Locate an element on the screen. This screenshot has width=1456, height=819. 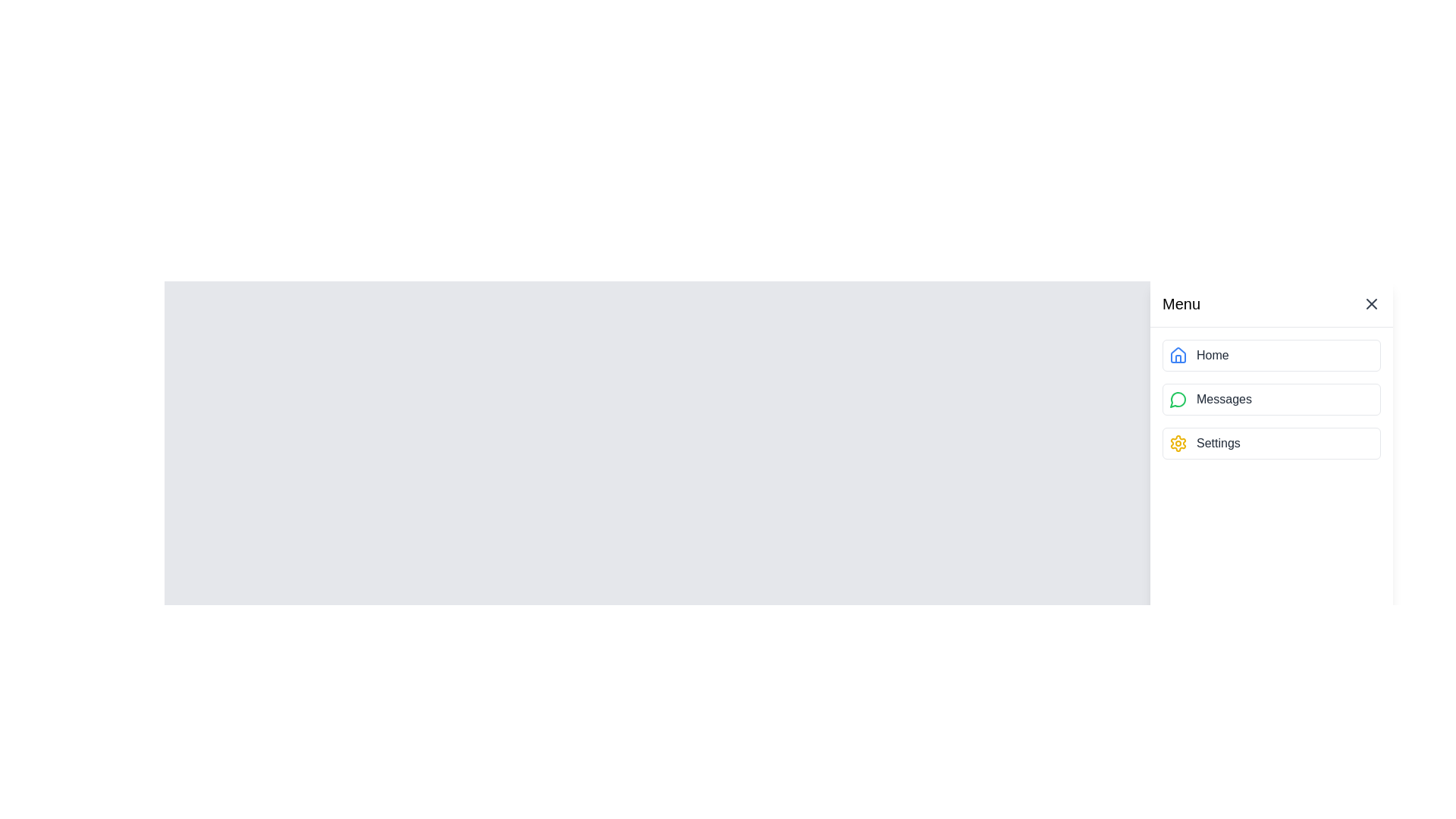
the navigation button located at the top of the menu list is located at coordinates (1271, 356).